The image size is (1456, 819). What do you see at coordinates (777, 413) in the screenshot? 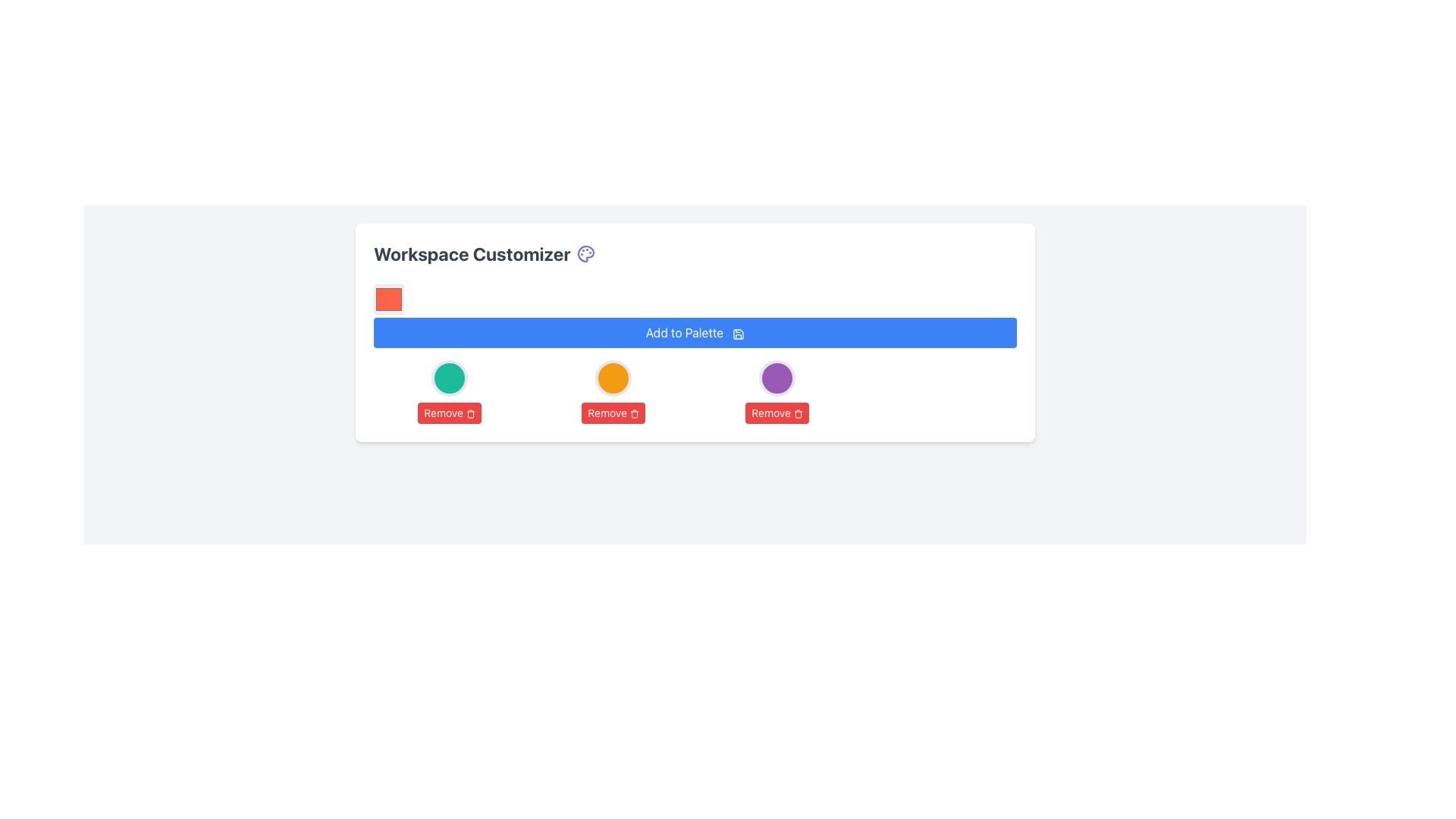
I see `the 'Remove' button located below a purple circular shape` at bounding box center [777, 413].